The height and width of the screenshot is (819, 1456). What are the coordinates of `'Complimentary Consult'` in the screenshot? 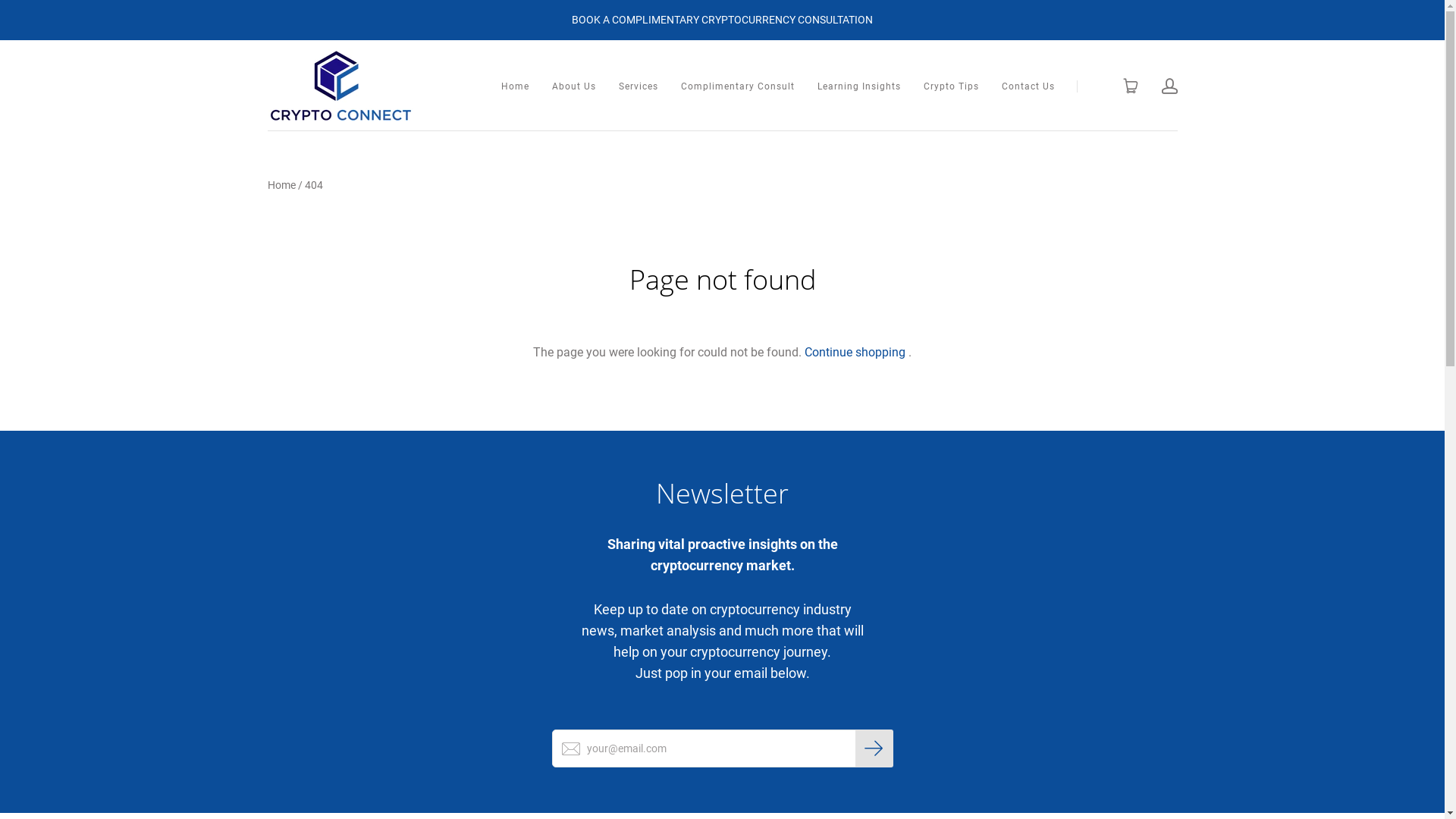 It's located at (738, 86).